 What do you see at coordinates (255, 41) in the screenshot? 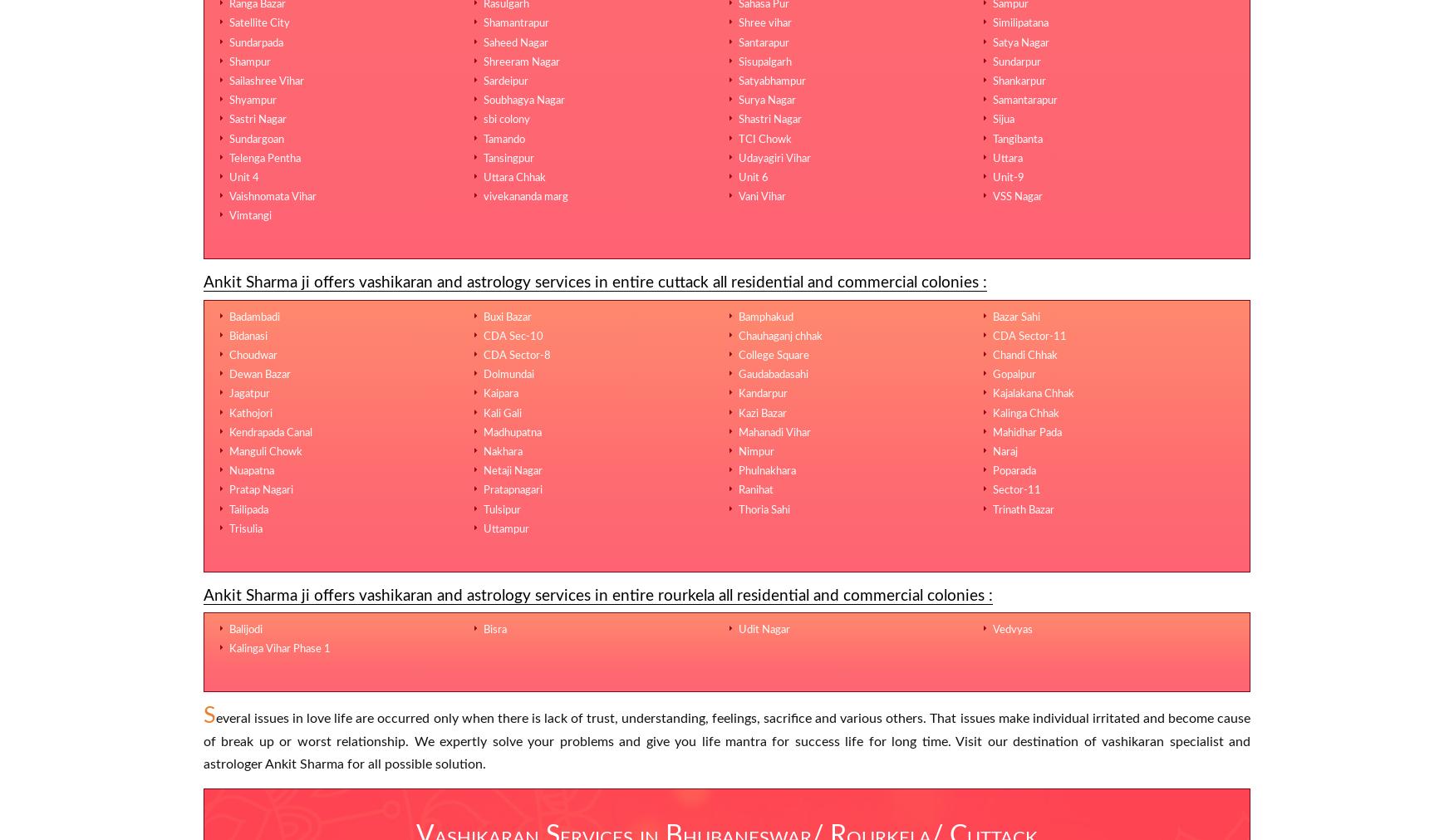
I see `'Sundarpada'` at bounding box center [255, 41].